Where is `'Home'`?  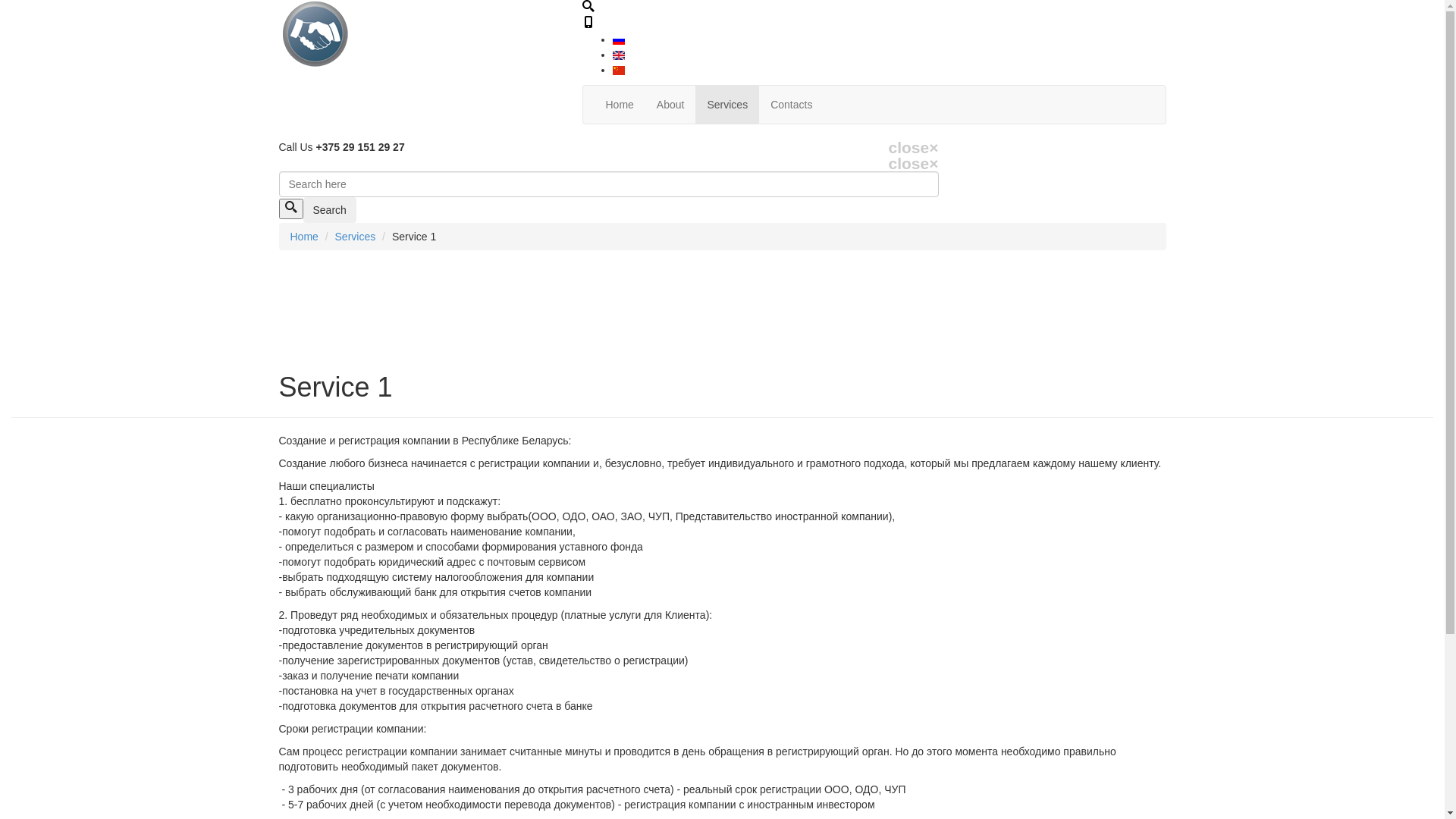 'Home' is located at coordinates (290, 237).